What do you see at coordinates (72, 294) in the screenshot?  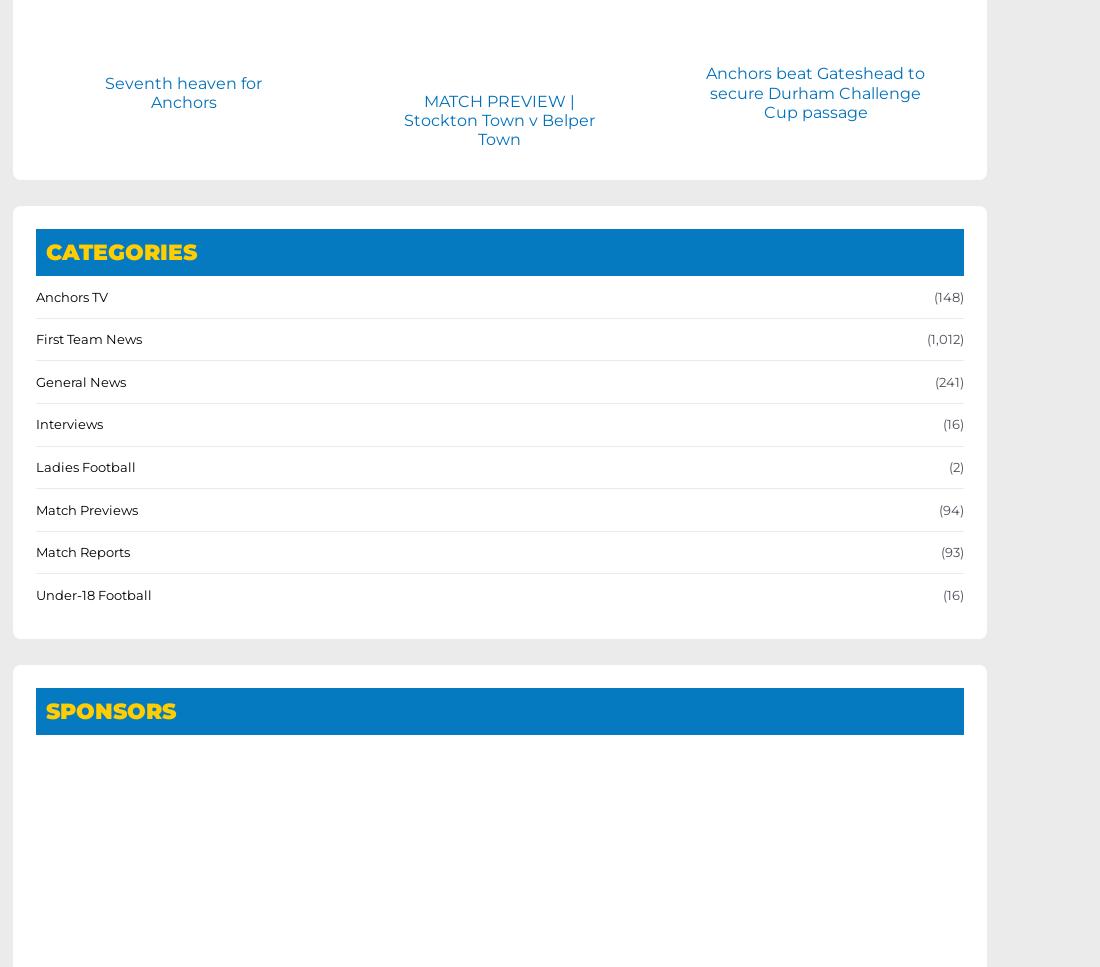 I see `'Anchors TV'` at bounding box center [72, 294].